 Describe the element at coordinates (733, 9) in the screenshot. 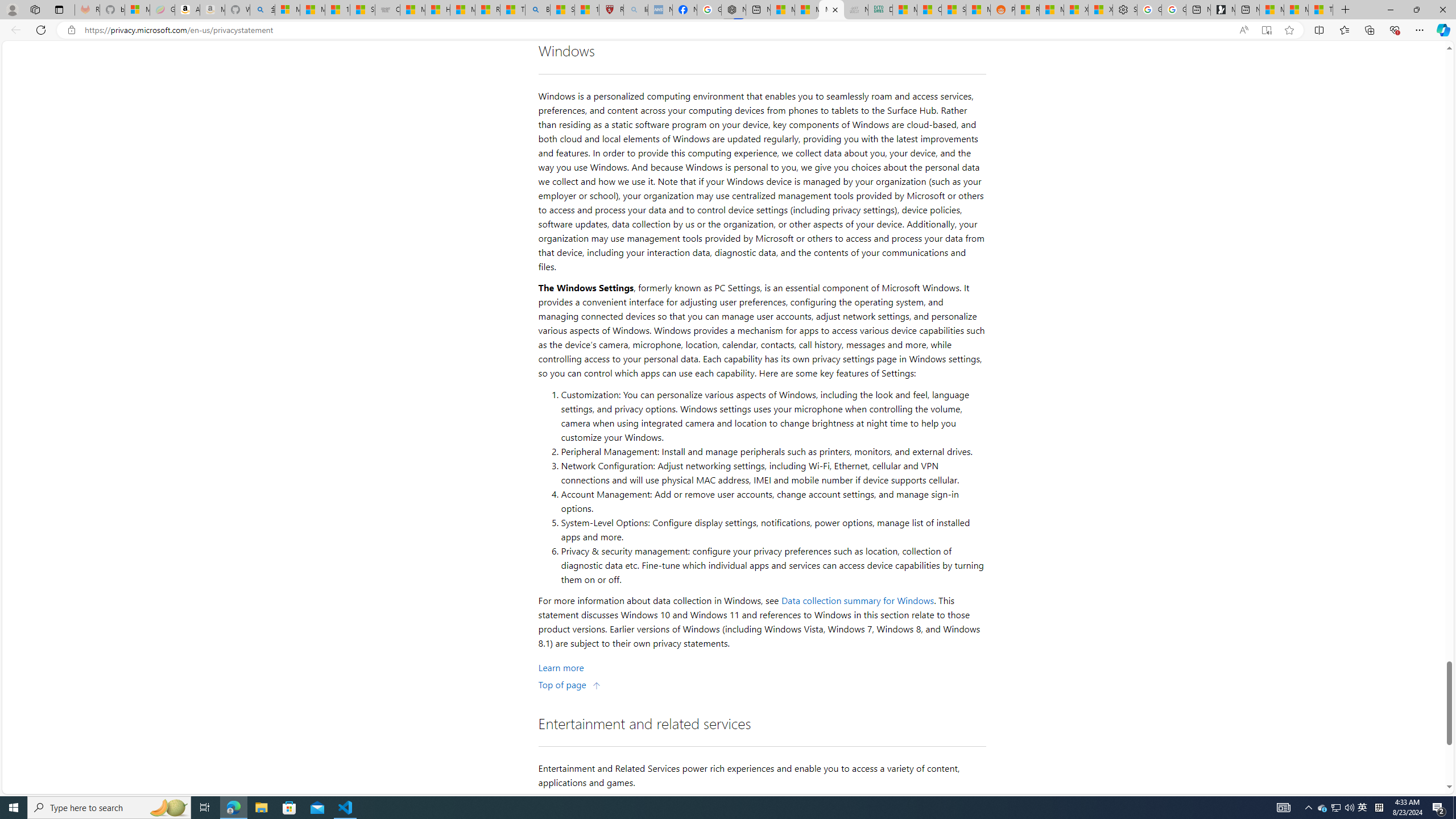

I see `'Nordace - Nordace Siena Is Not An Ordinary Backpack'` at that location.